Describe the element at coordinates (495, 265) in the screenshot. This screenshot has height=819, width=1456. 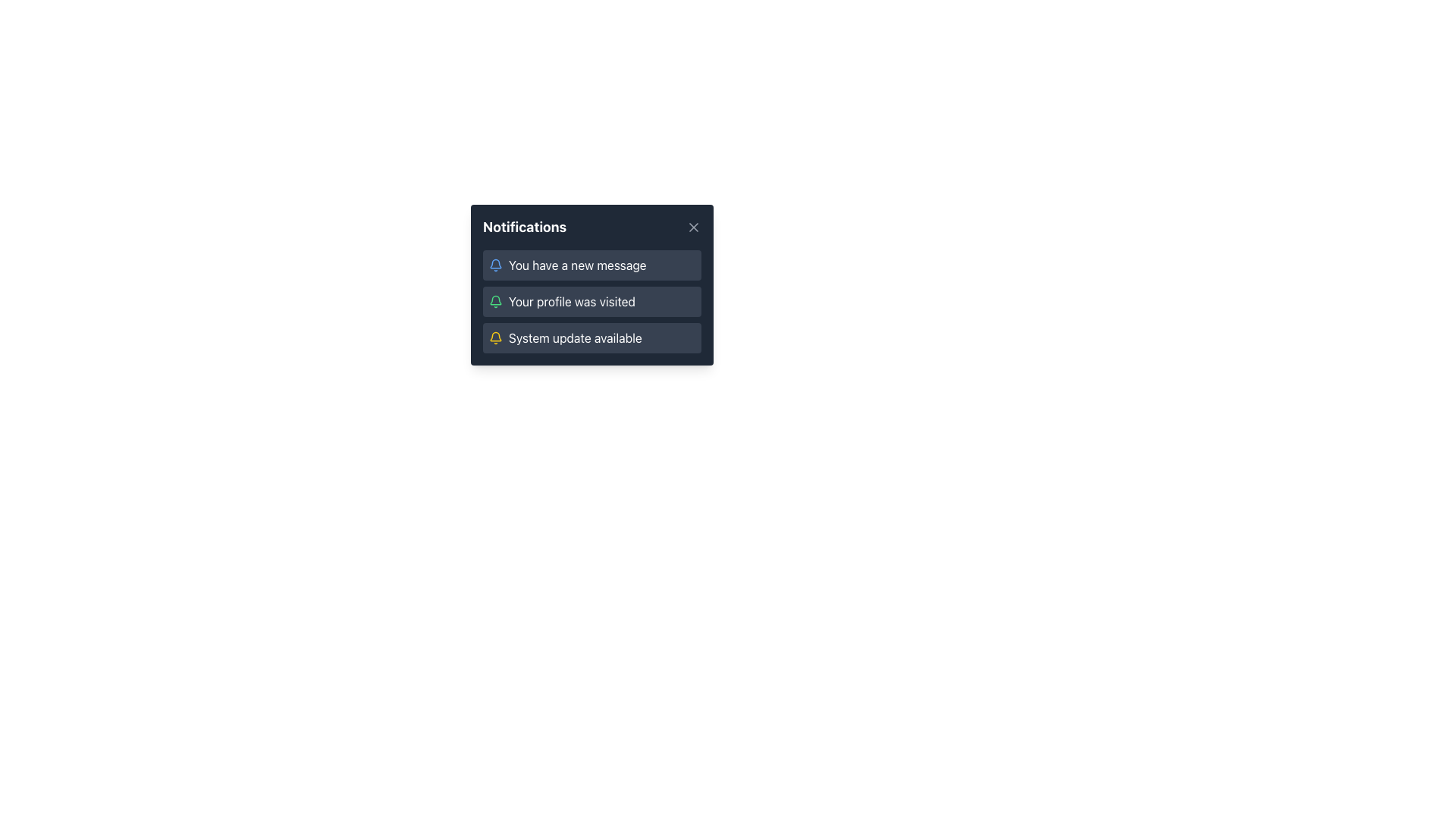
I see `the notification icon indicating 'You have a new message'` at that location.